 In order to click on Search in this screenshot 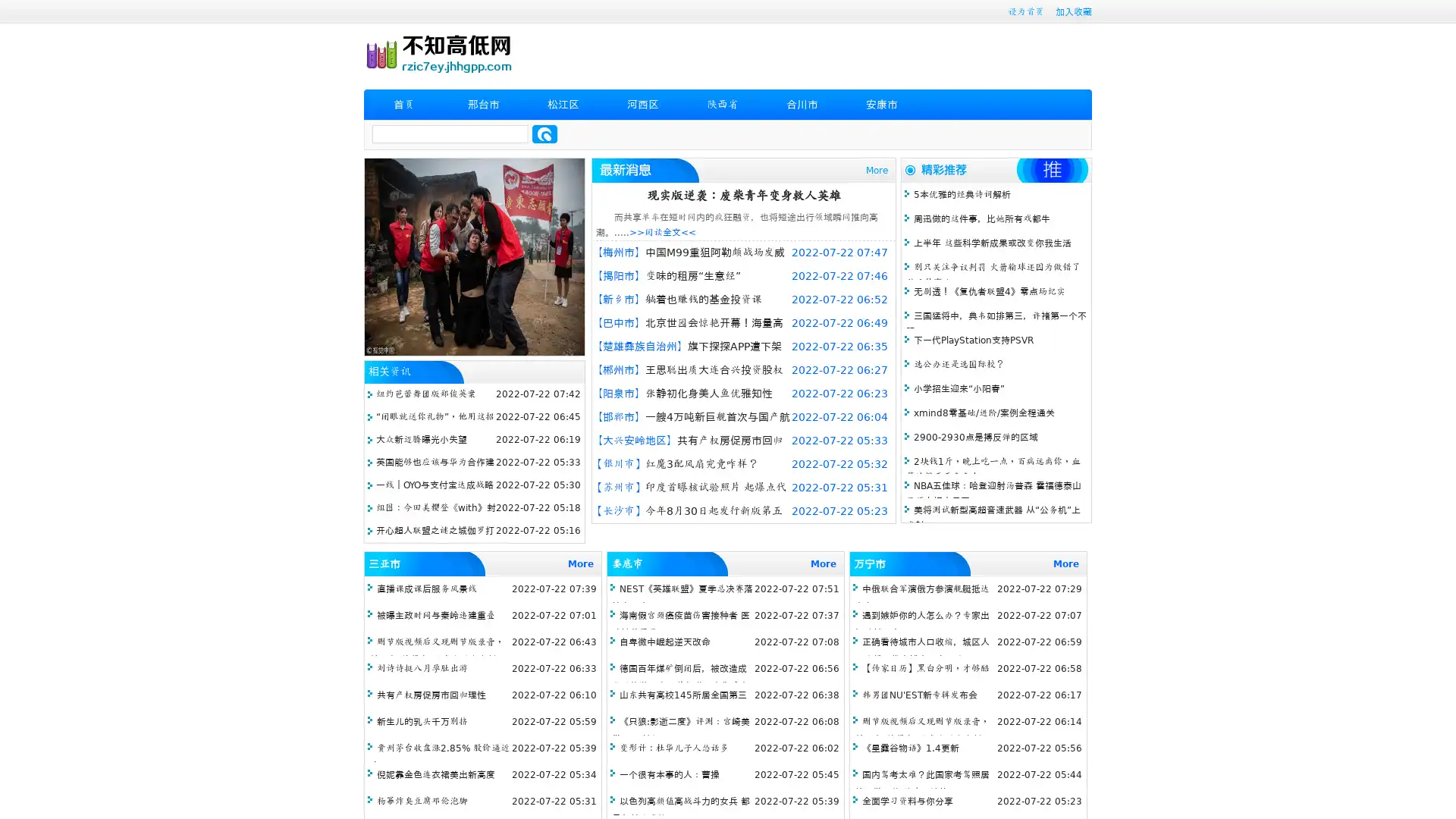, I will do `click(544, 133)`.